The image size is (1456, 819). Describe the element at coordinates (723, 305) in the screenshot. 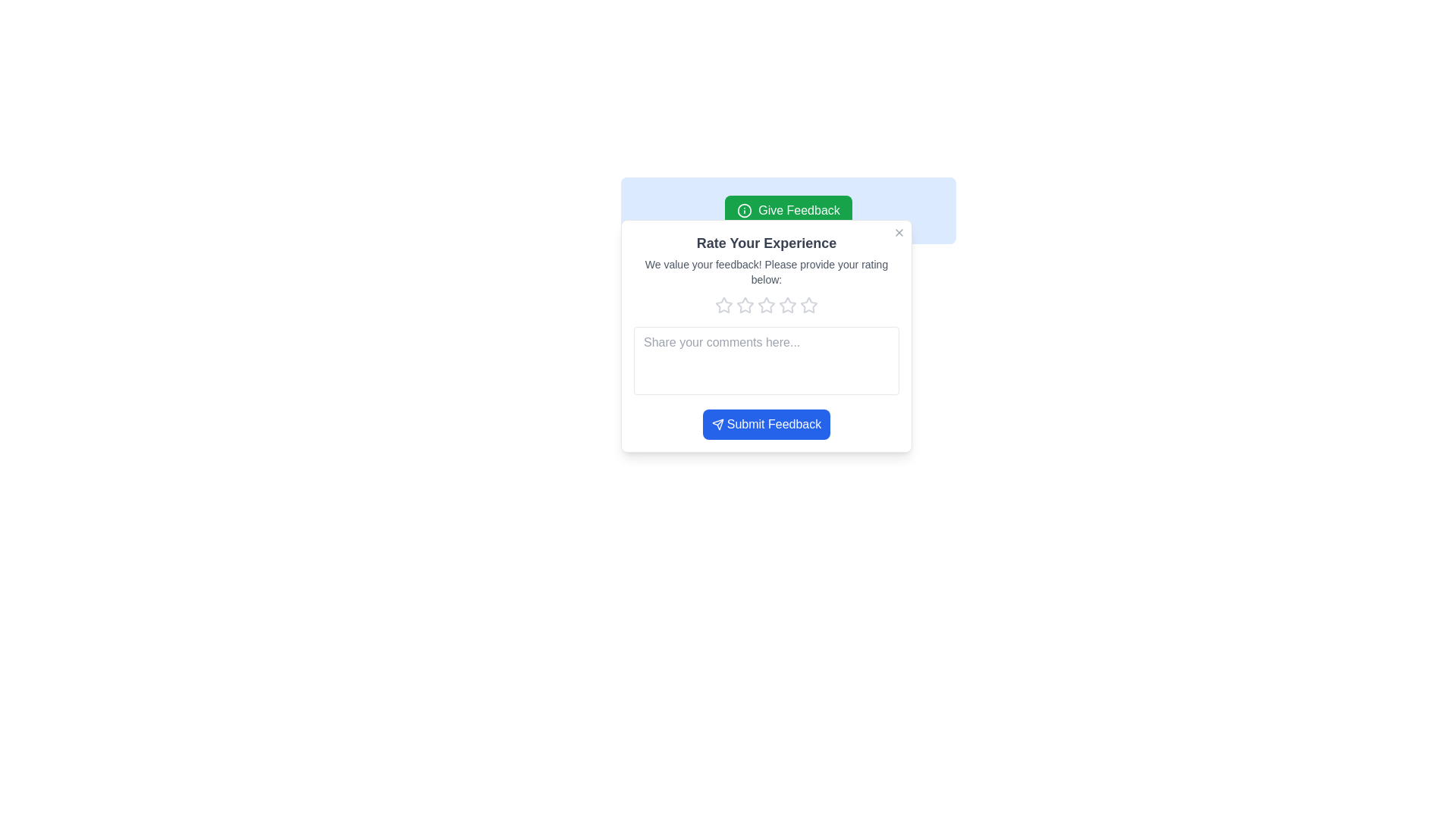

I see `the first star icon representing a 1-star rating in the feedback dialog` at that location.